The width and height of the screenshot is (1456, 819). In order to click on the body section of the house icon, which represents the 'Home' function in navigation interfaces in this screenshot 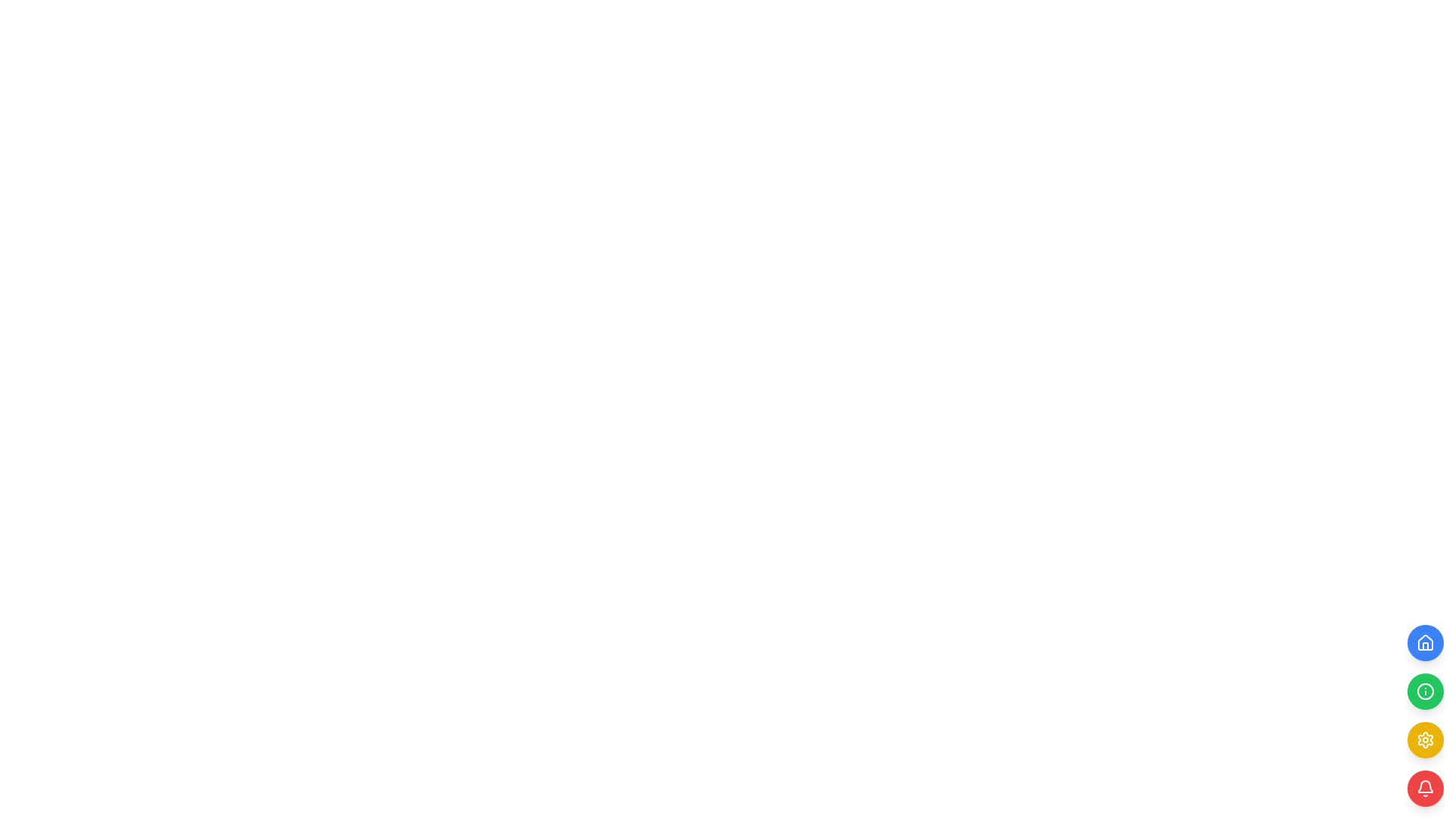, I will do `click(1425, 642)`.